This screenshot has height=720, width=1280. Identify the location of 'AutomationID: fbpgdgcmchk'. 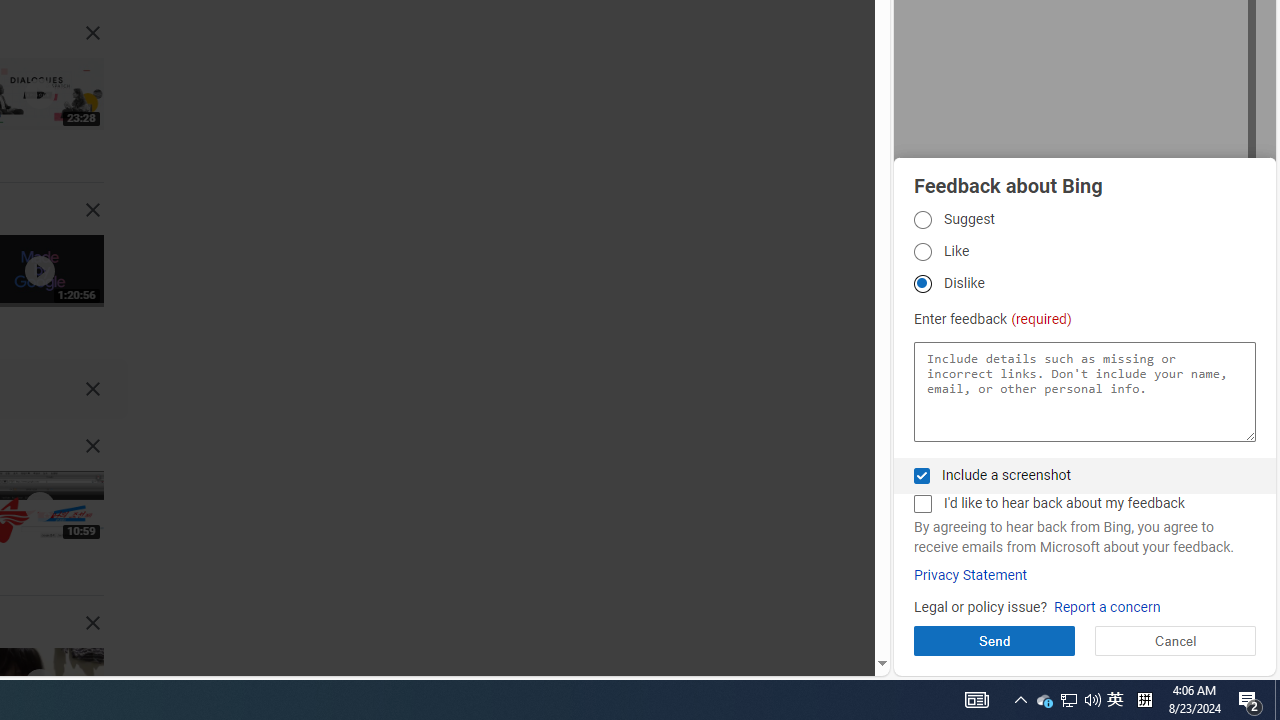
(921, 502).